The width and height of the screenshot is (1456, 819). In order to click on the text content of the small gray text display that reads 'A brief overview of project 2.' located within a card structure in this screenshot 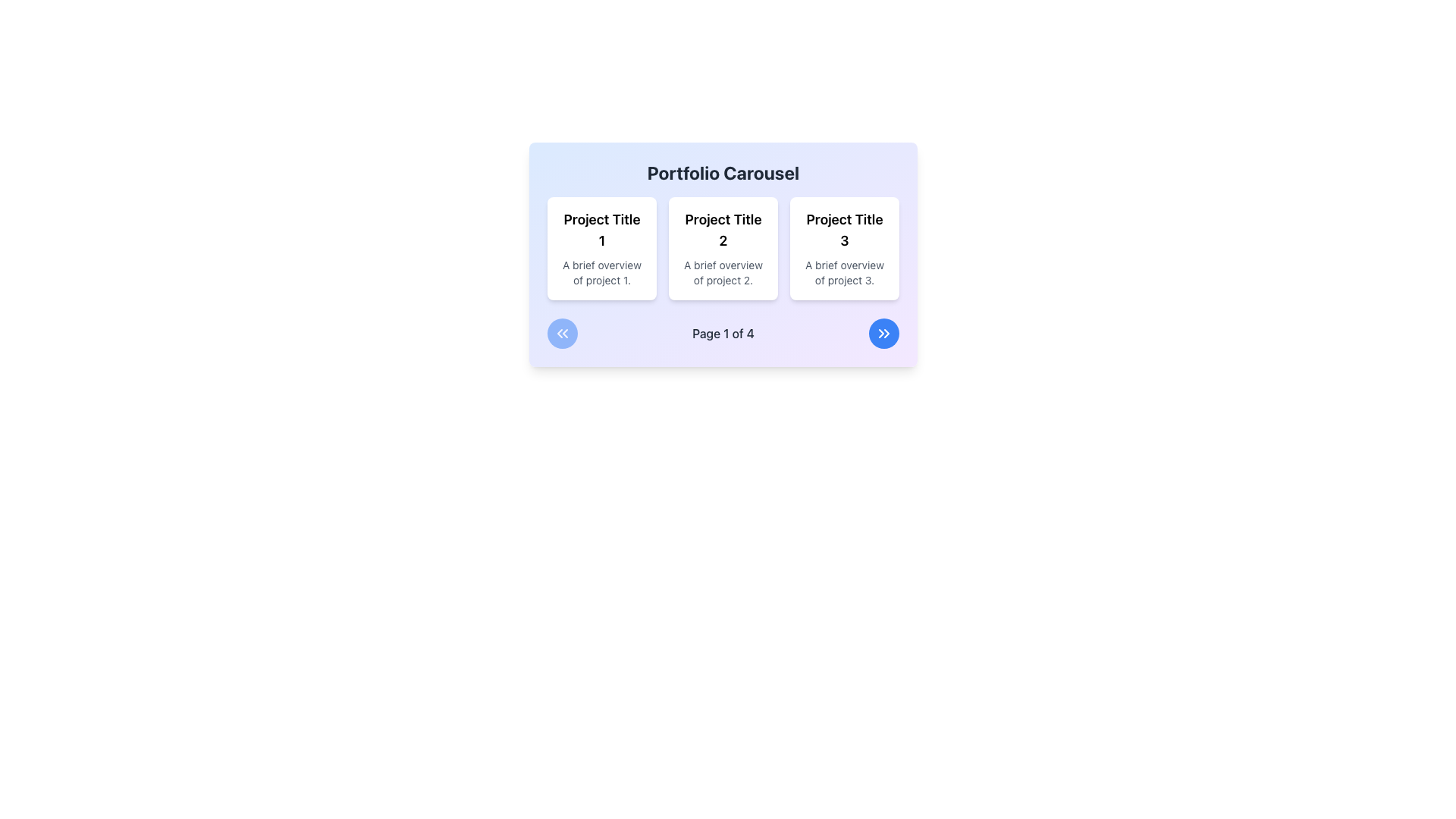, I will do `click(723, 271)`.